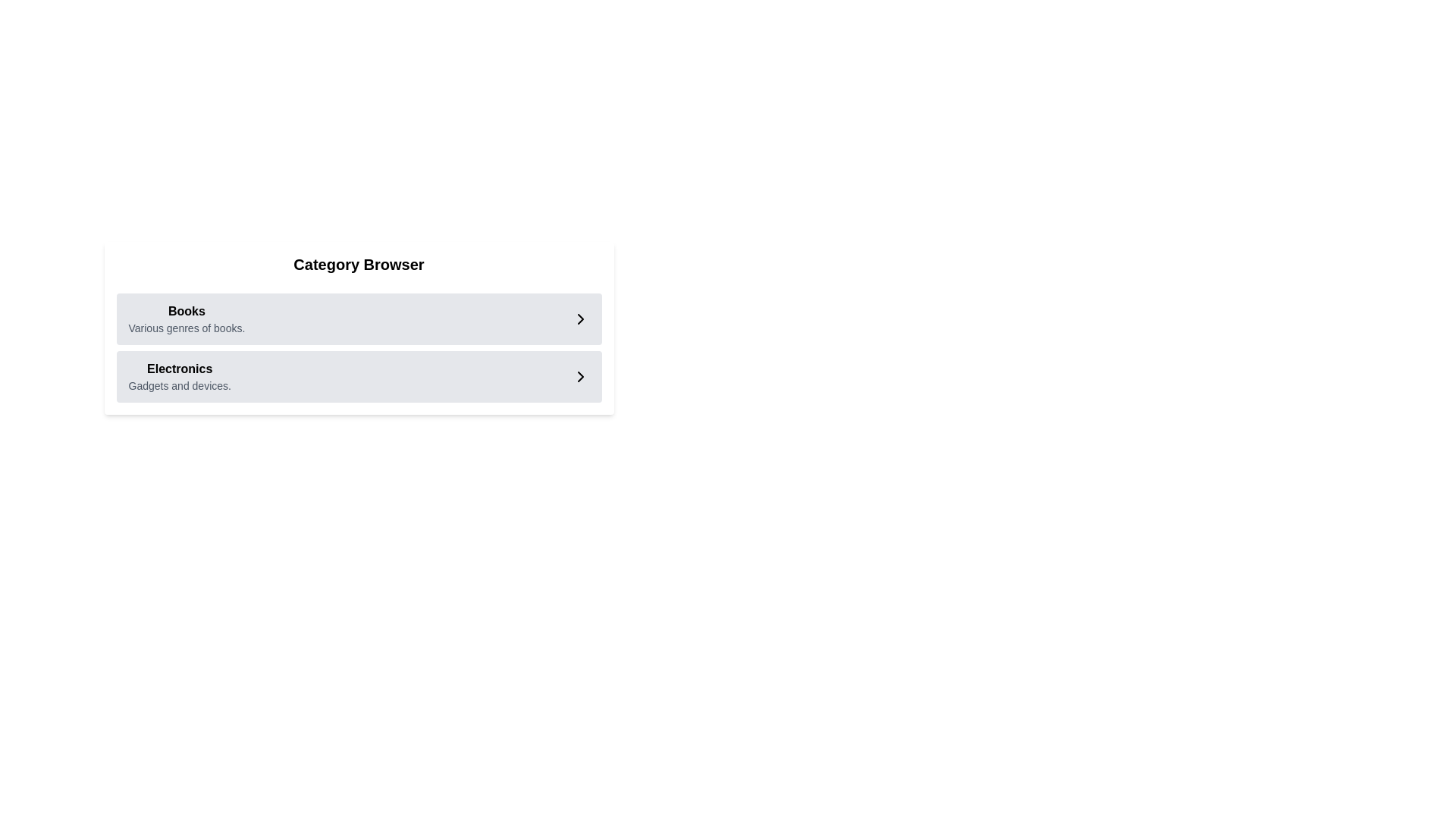 Image resolution: width=1456 pixels, height=819 pixels. What do you see at coordinates (180, 369) in the screenshot?
I see `'Electronics' text label, which is a bold label on a light-gray background, positioned above the description 'Gadgets and devices' in a category list` at bounding box center [180, 369].